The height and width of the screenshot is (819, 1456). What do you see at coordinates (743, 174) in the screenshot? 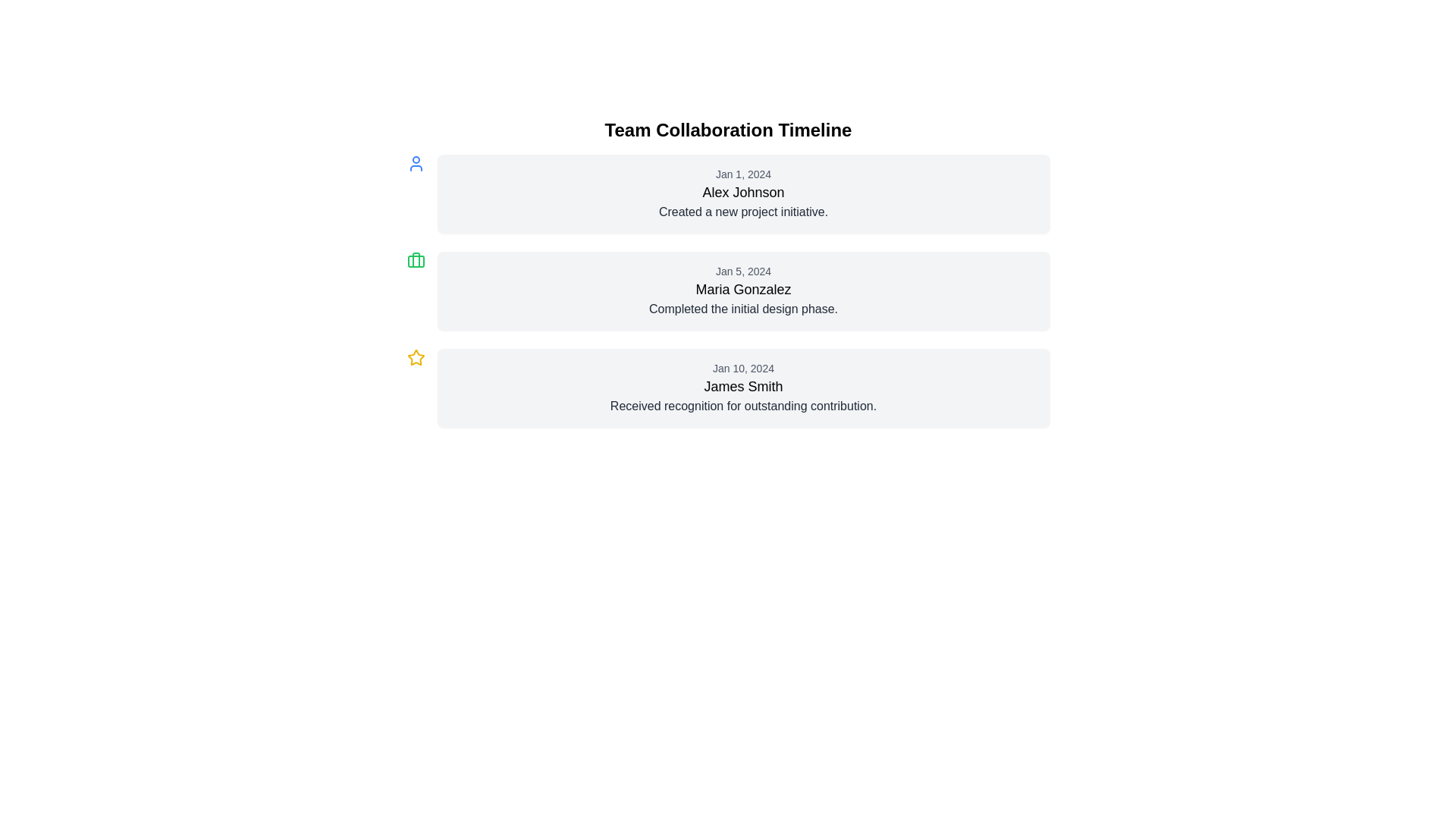
I see `the text label displaying the date 'Jan 1, 2024' which is styled in gray and located at the top of a card containing details about 'Alex Johnson'` at bounding box center [743, 174].